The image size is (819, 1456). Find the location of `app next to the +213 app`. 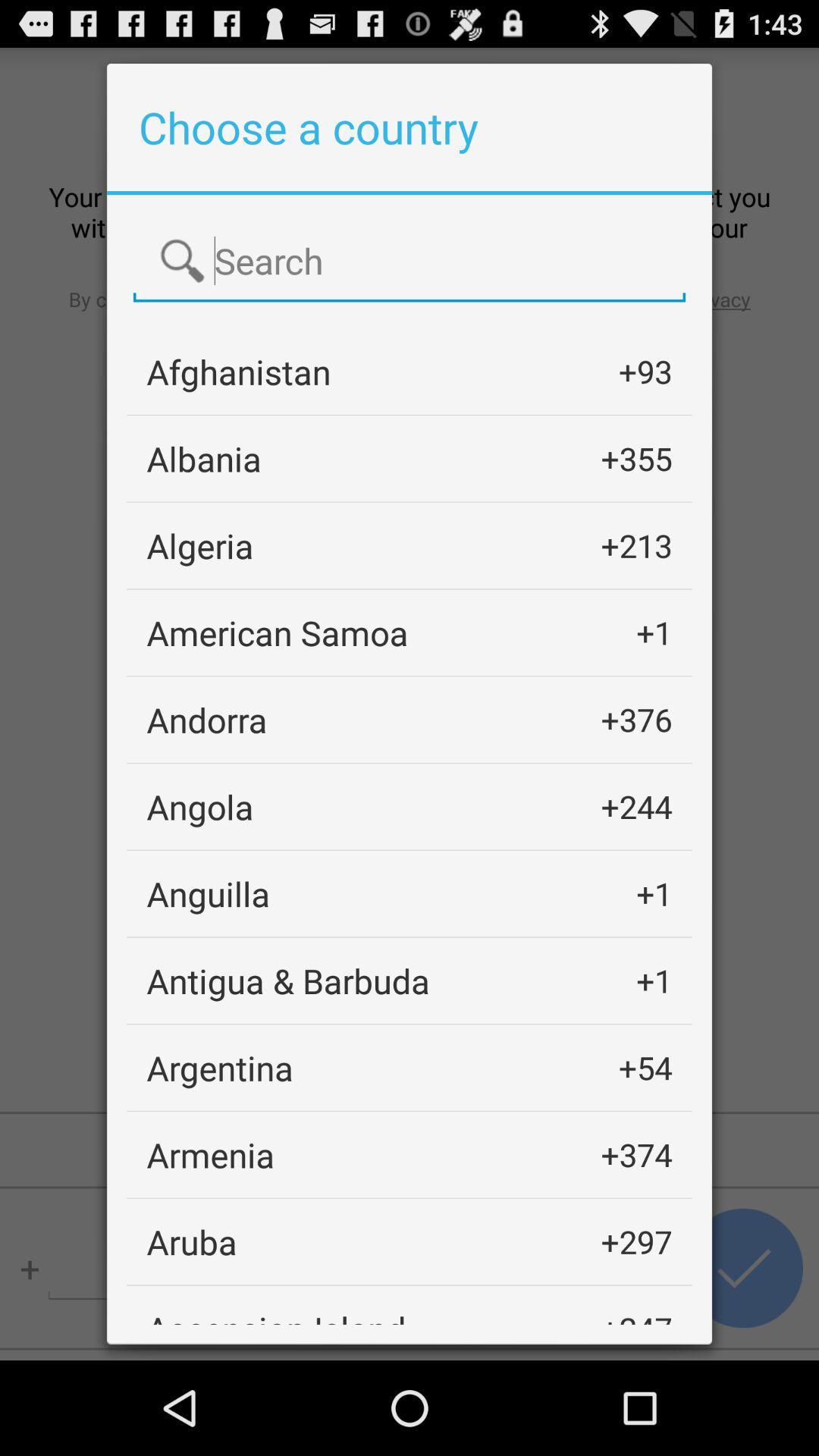

app next to the +213 app is located at coordinates (199, 545).